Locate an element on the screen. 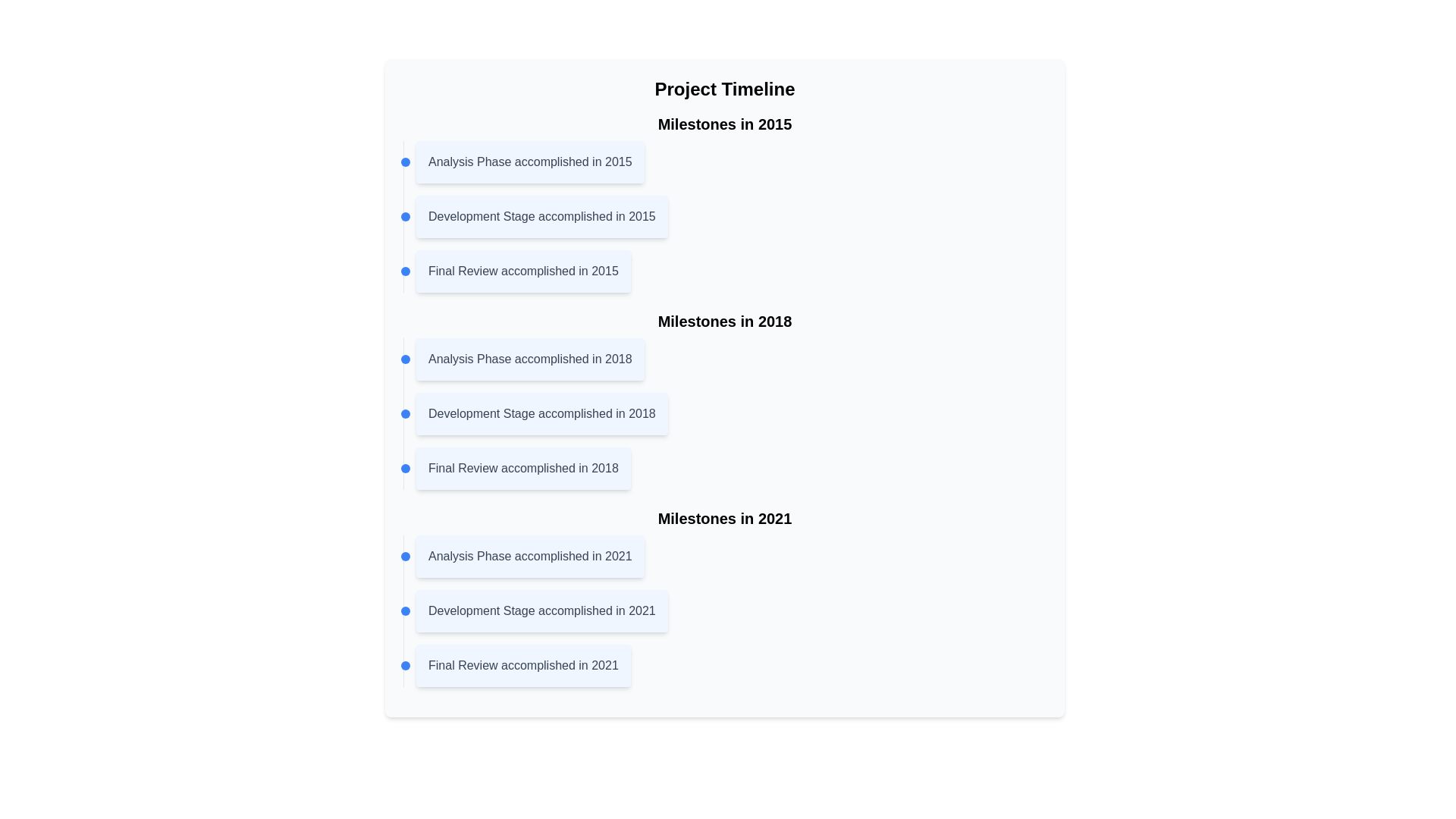  text label indicating a milestone event in the timeline, which is the third label under 'Milestones in 2018.' is located at coordinates (523, 467).